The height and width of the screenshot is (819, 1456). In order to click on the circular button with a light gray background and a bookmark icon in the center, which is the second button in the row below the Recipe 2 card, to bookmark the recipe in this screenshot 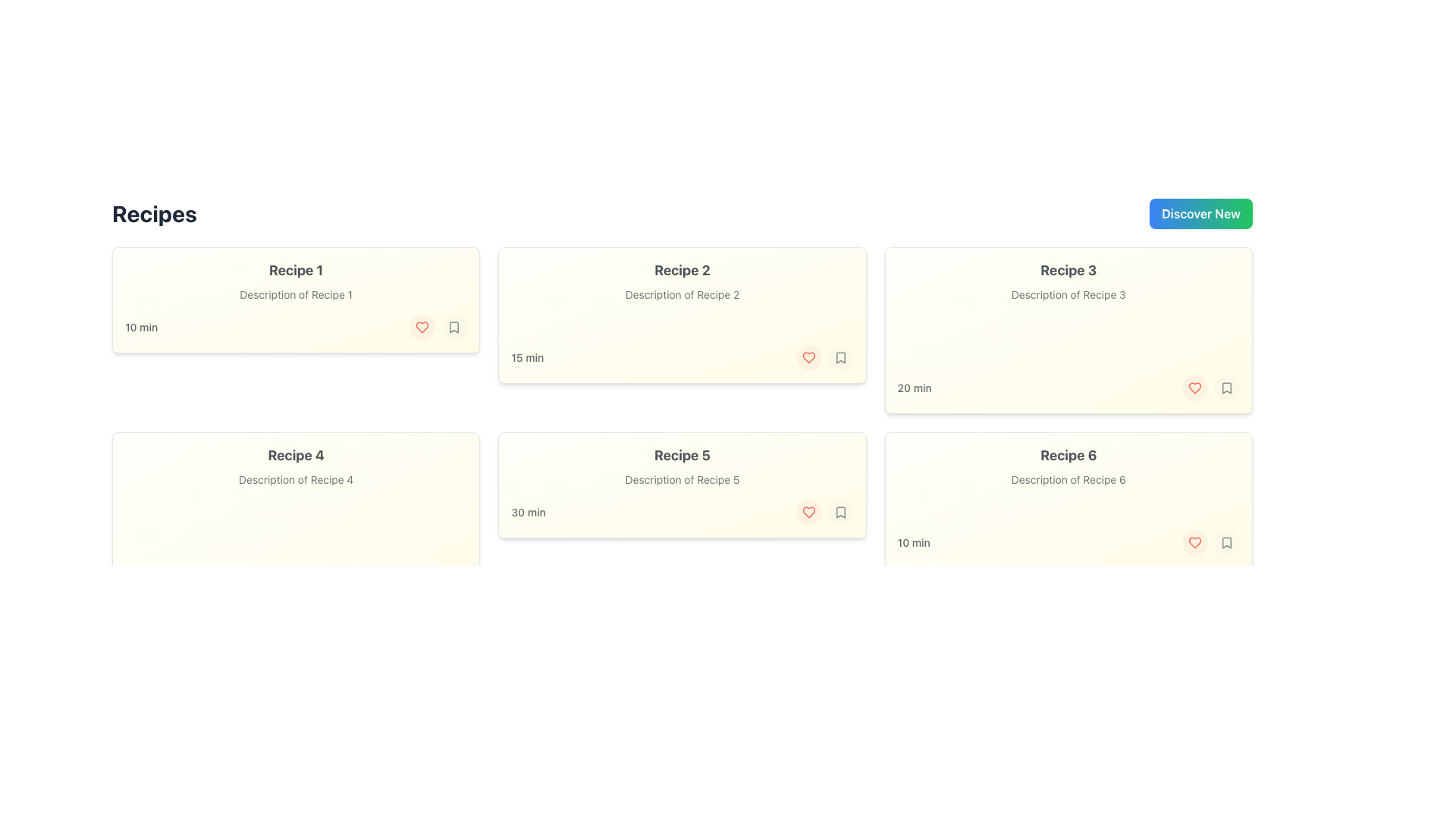, I will do `click(839, 357)`.